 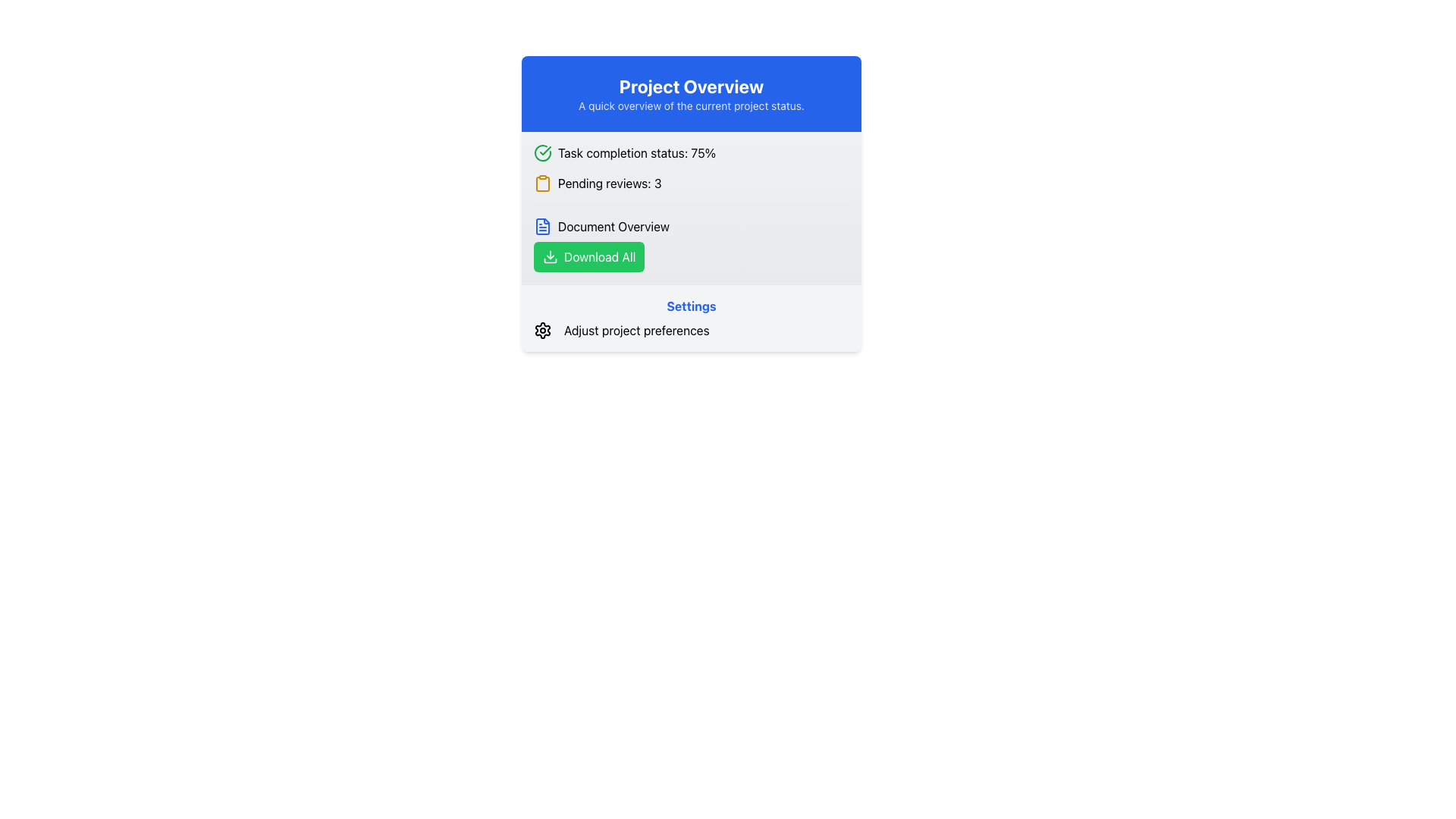 What do you see at coordinates (691, 317) in the screenshot?
I see `the 'Settings' informational area with a blue title and black subtitle, which is located near the bottom of the 'Project Overview' section` at bounding box center [691, 317].